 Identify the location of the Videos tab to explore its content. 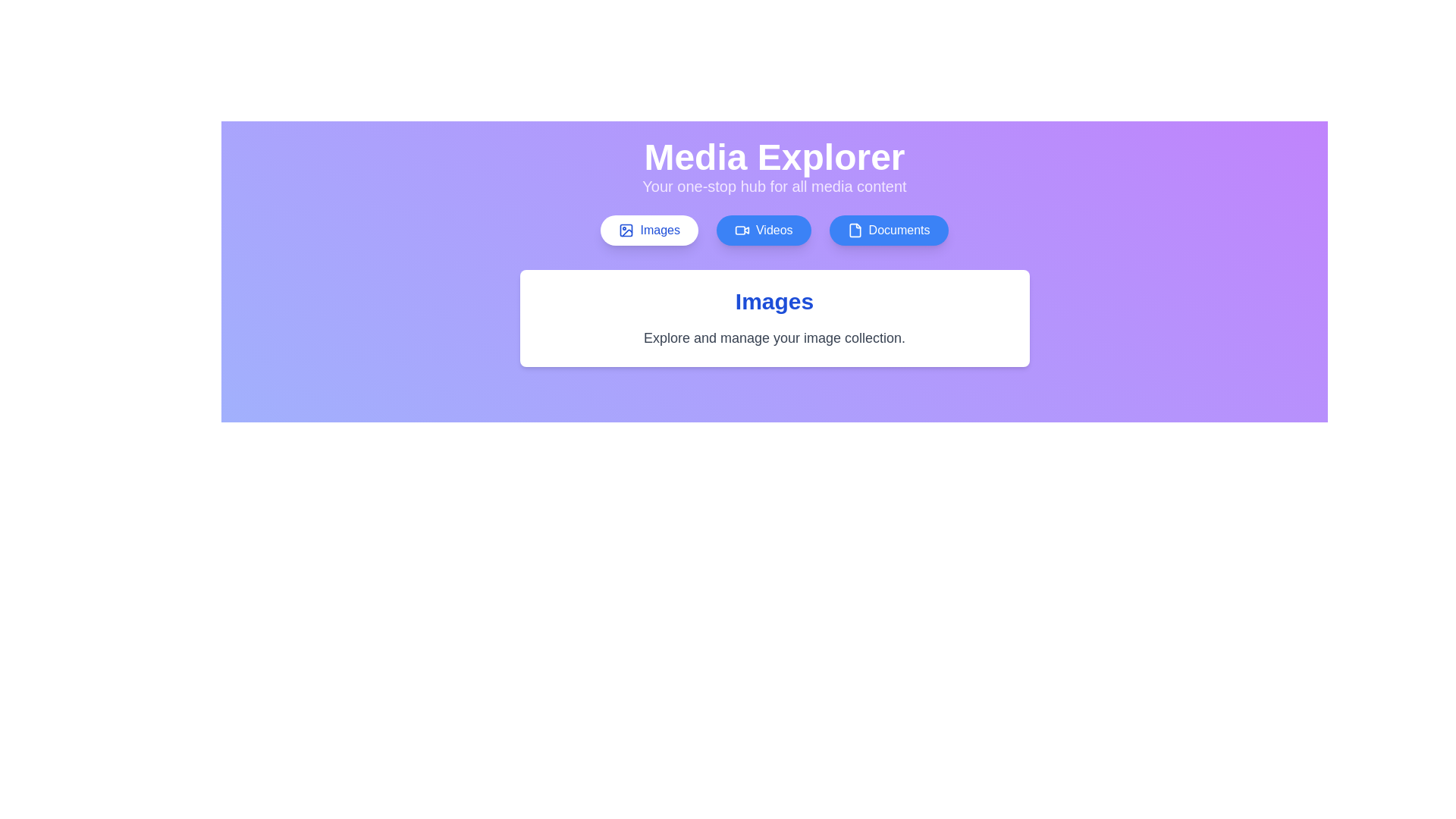
(764, 231).